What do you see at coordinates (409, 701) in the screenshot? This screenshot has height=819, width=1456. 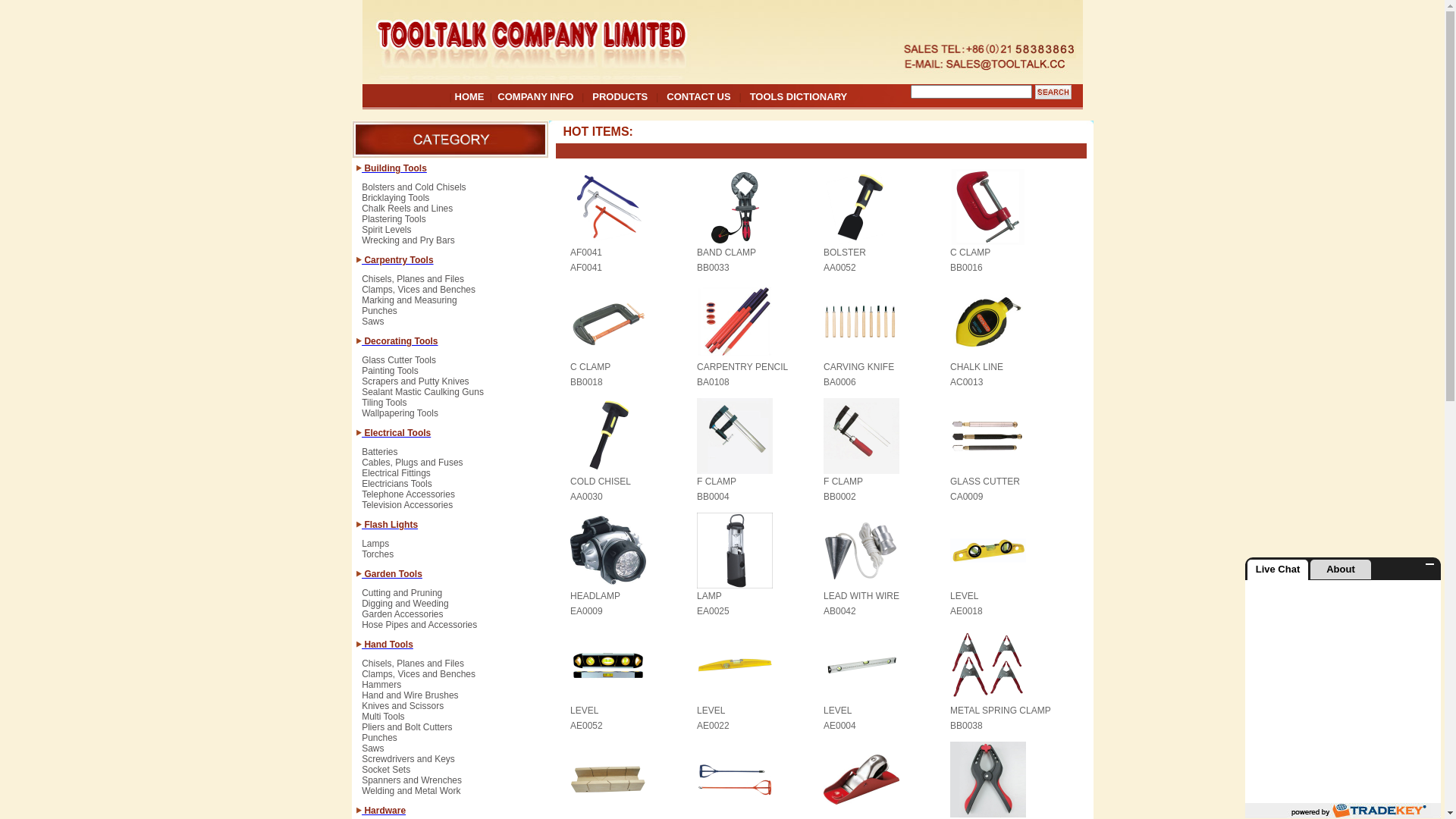 I see `'Hand and Wire Brushes'` at bounding box center [409, 701].